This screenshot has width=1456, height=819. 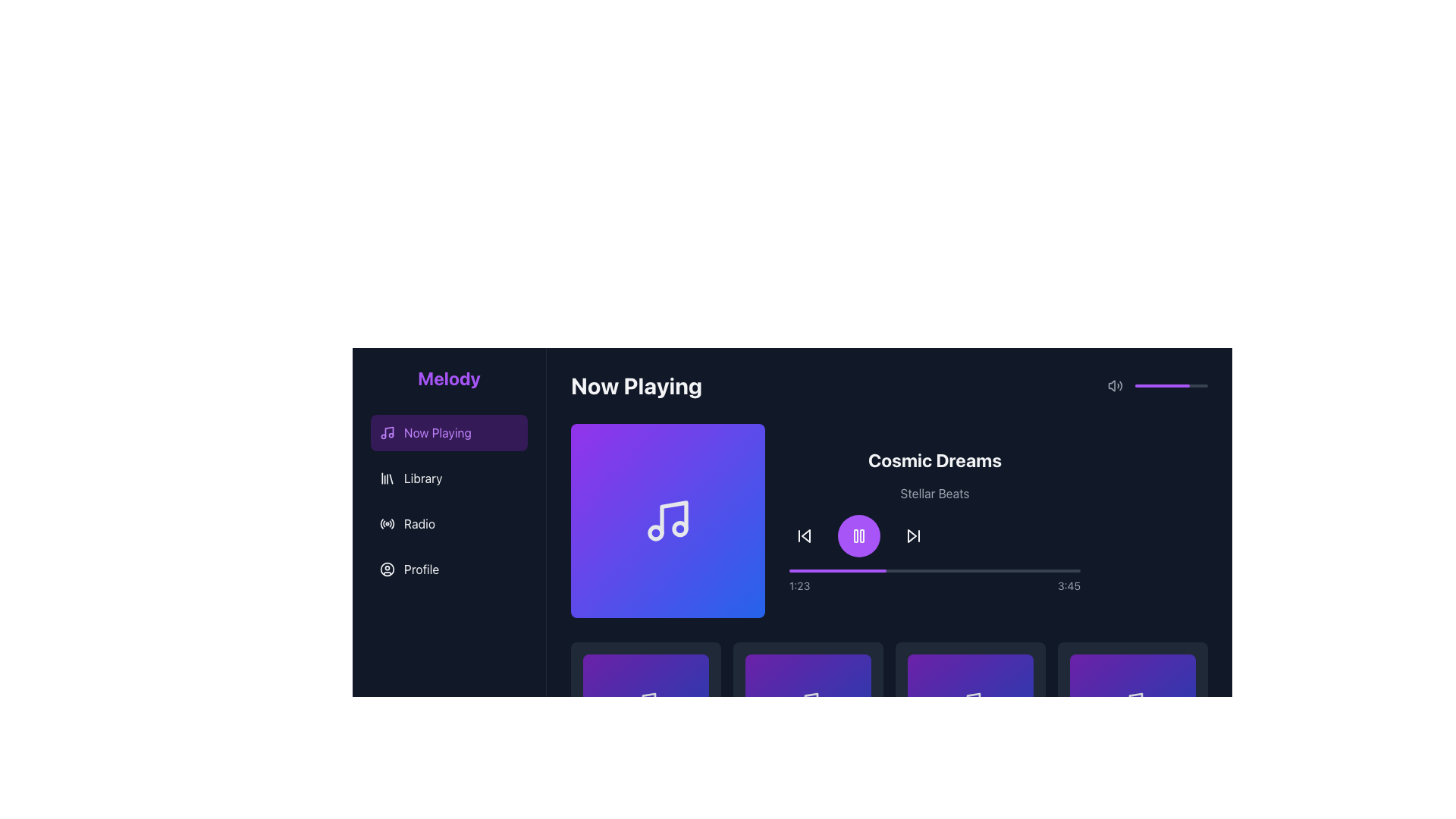 What do you see at coordinates (387, 479) in the screenshot?
I see `the 'Library' icon located in the left vertical navigation menu, which is the leftmost component in the menu between 'Now Playing' and 'Radio'` at bounding box center [387, 479].